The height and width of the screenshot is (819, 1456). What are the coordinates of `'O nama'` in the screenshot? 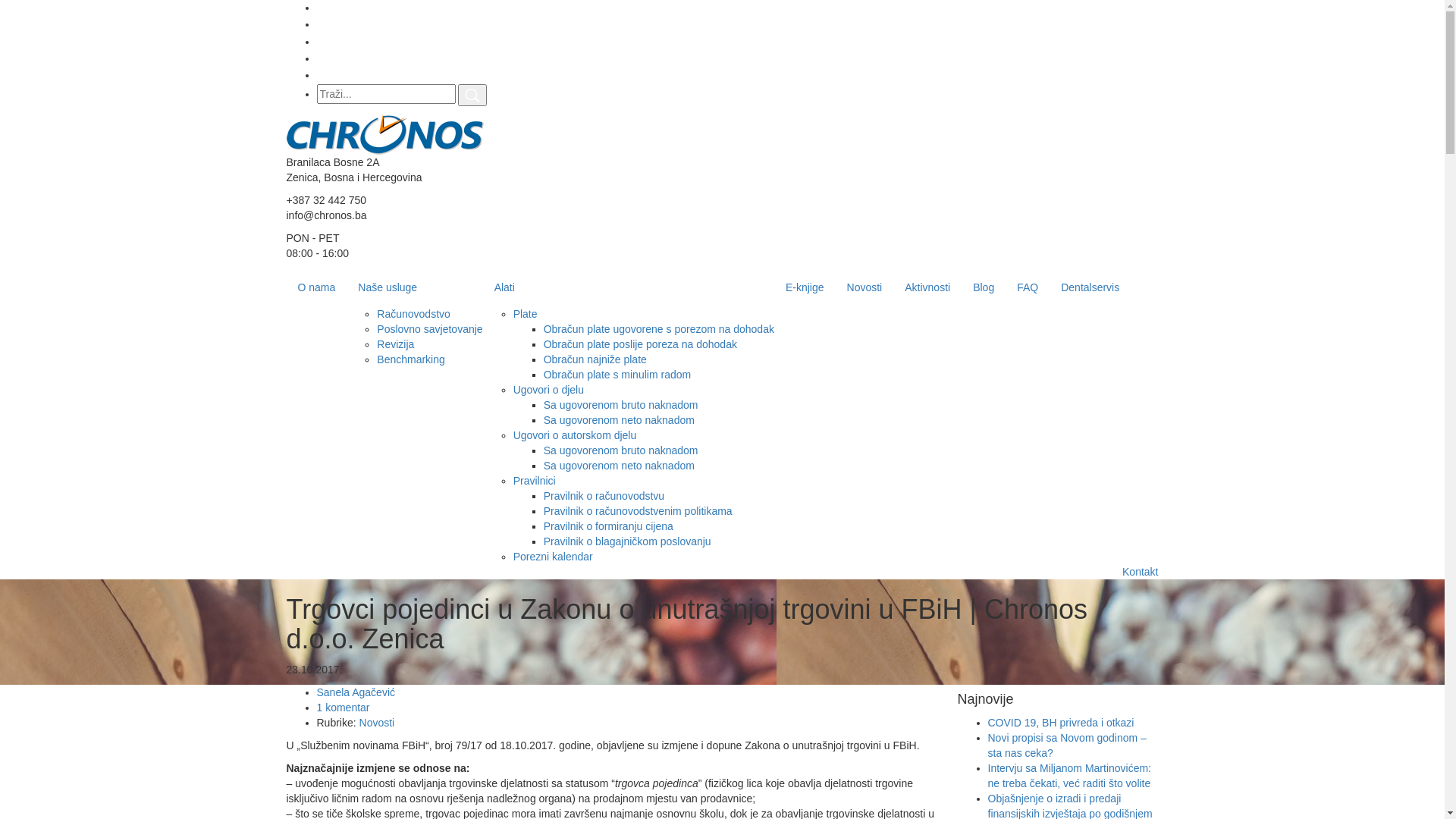 It's located at (315, 287).